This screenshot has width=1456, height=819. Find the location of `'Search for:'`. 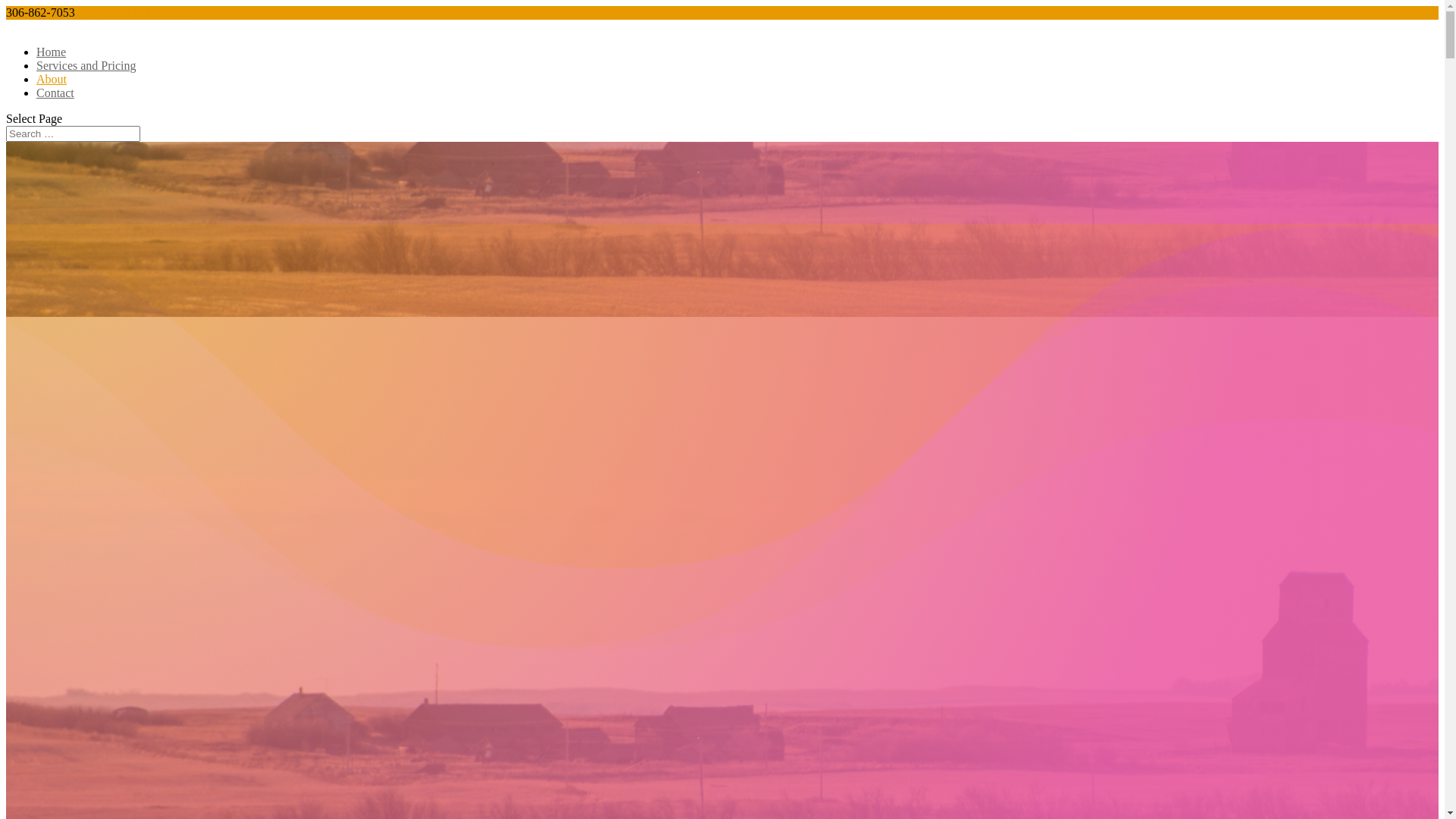

'Search for:' is located at coordinates (72, 133).